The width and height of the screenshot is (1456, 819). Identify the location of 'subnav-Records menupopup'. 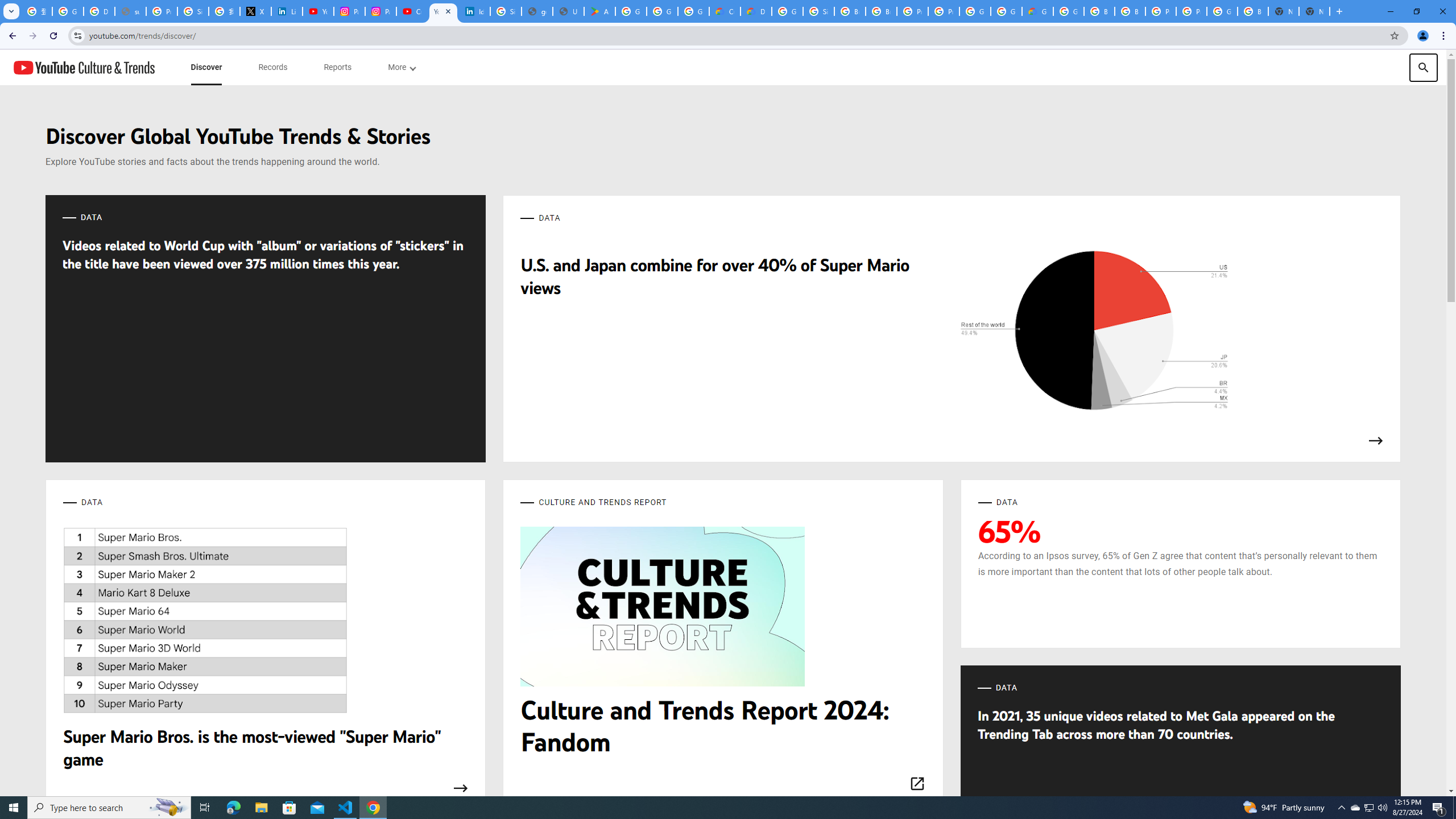
(273, 67).